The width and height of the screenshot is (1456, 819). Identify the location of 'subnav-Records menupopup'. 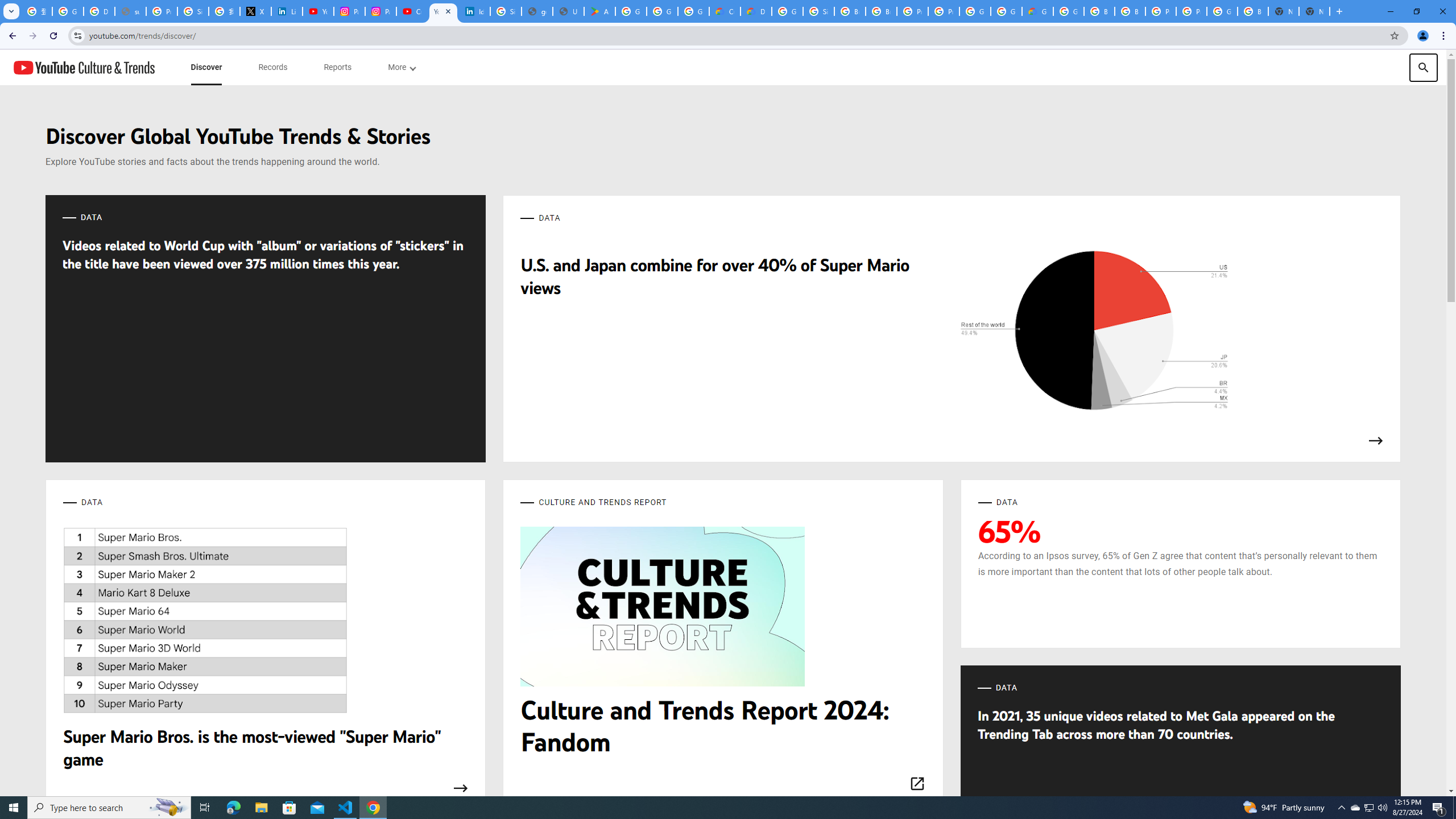
(273, 67).